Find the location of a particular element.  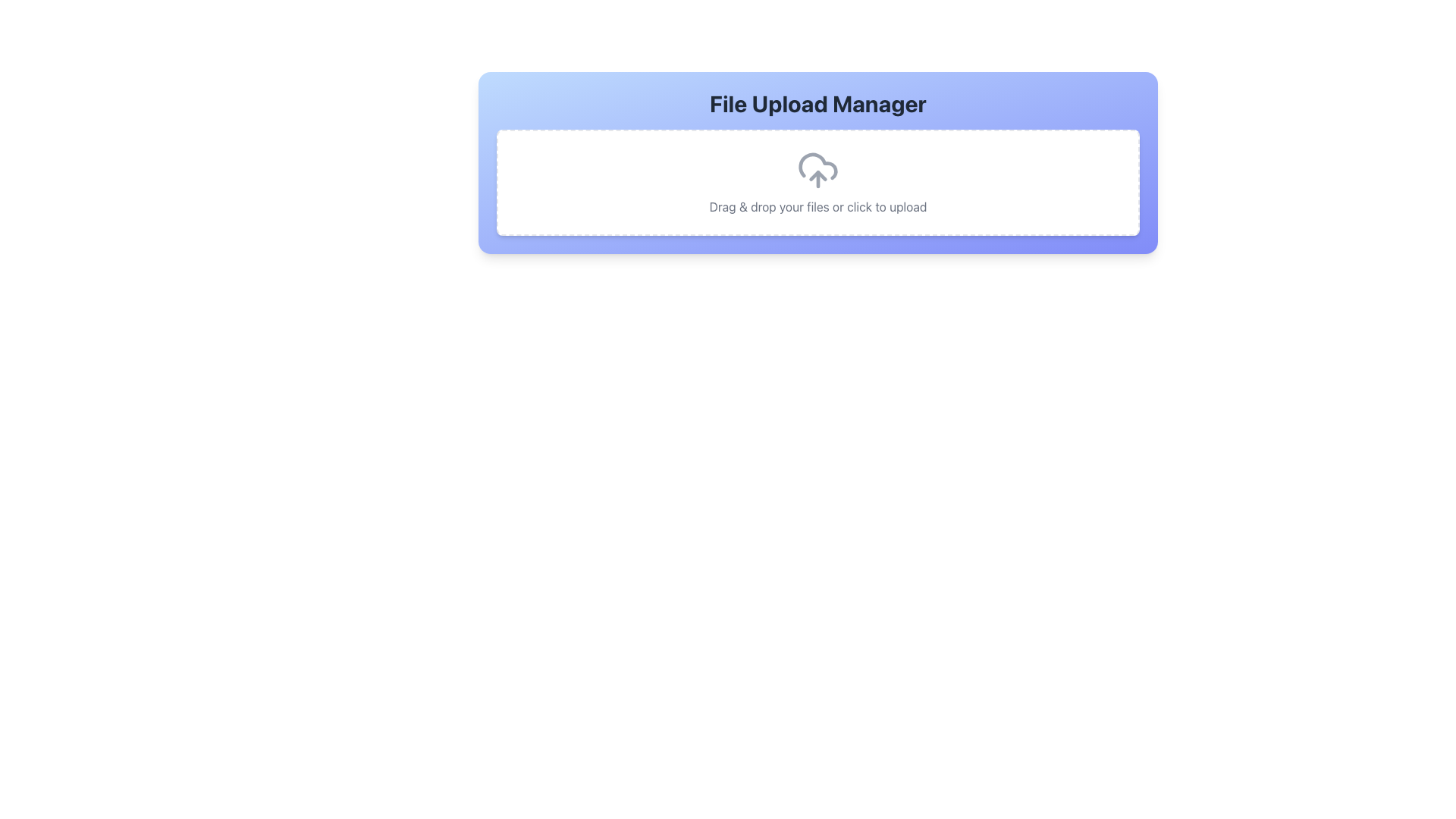

the text block that serves as the title or heading of the file upload manager area, which is located at the top center of the panel is located at coordinates (817, 103).